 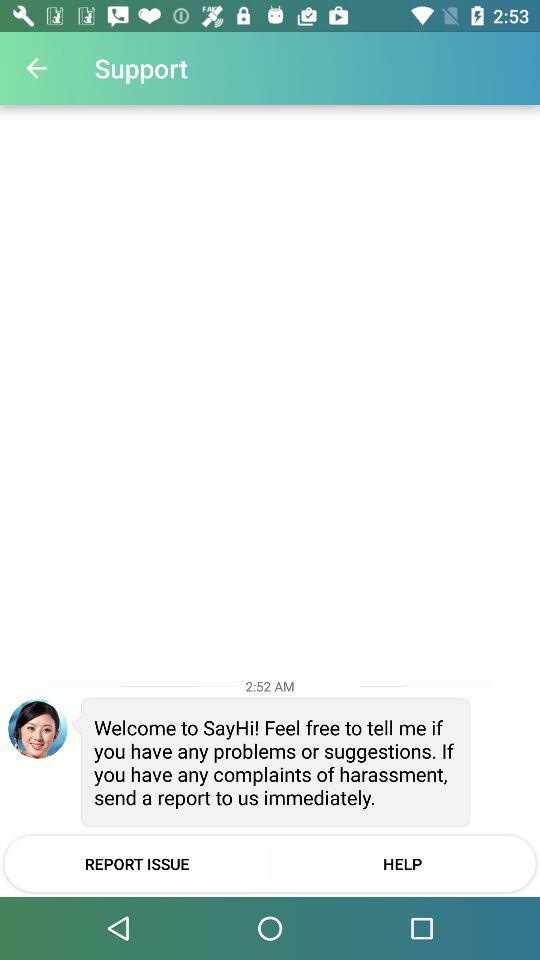 I want to click on help at the bottom right corner, so click(x=402, y=862).